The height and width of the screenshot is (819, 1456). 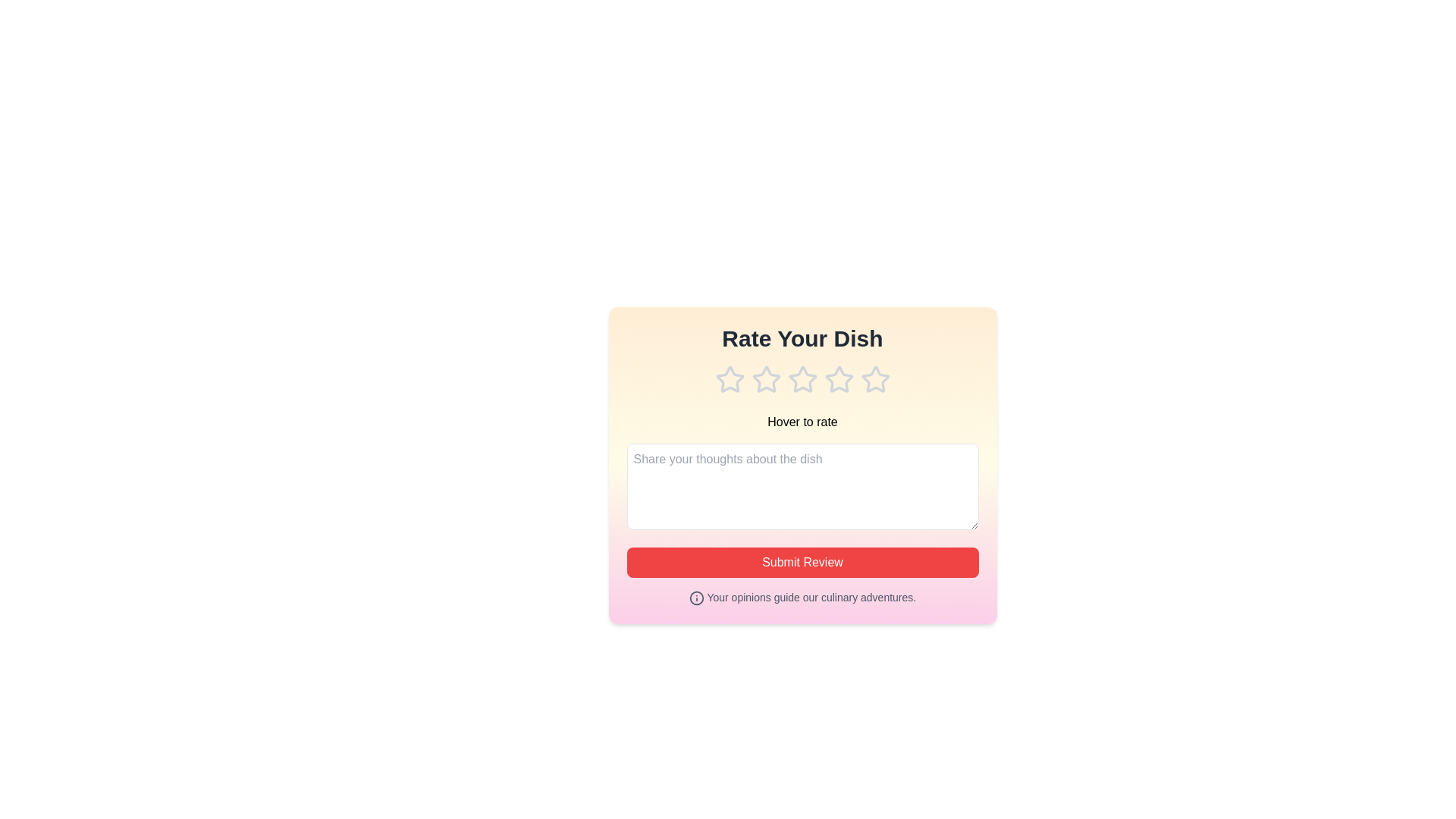 I want to click on the star corresponding to 4 to preview the rating, so click(x=838, y=379).